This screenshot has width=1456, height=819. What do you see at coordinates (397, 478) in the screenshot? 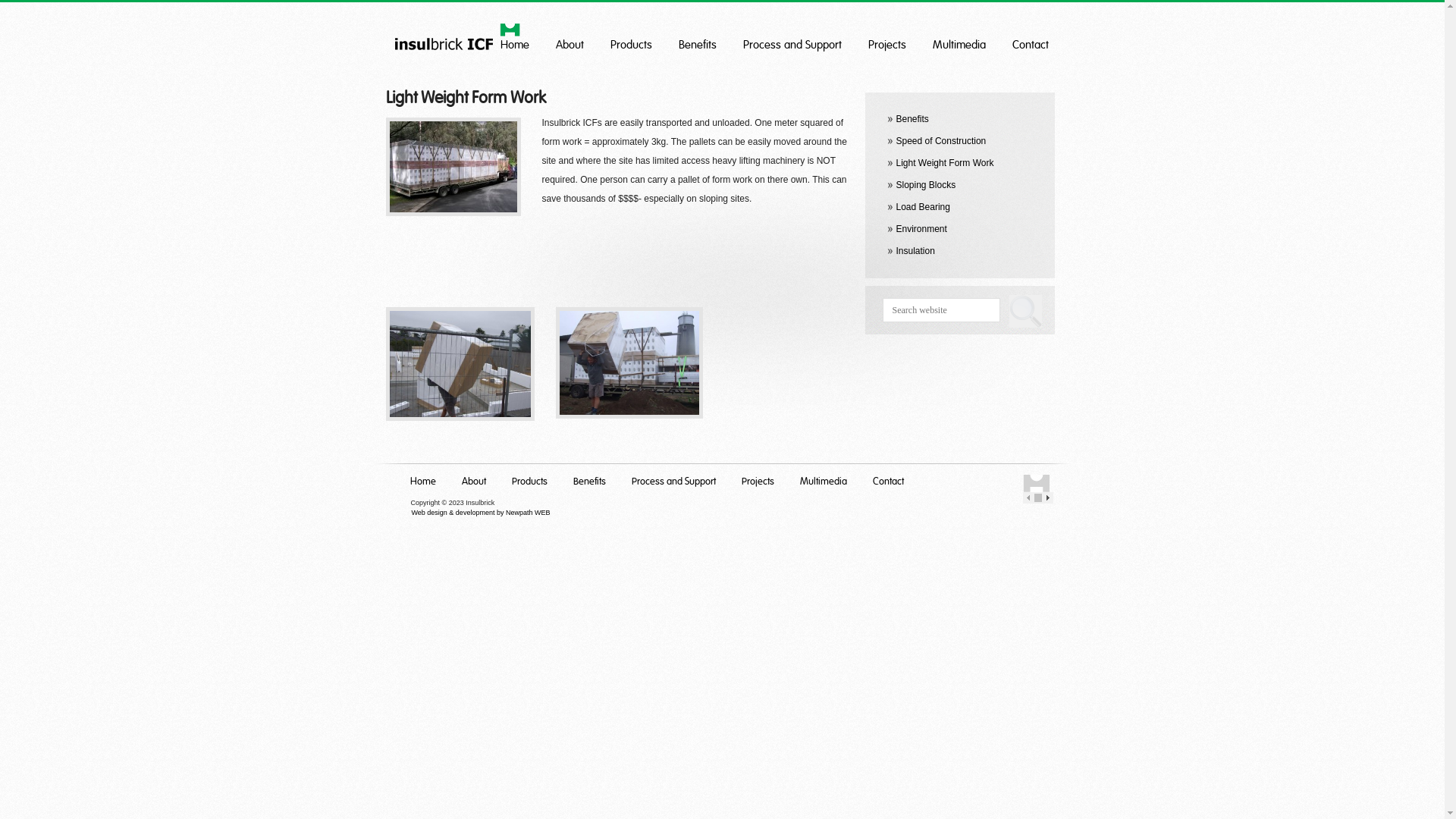
I see `'Home'` at bounding box center [397, 478].